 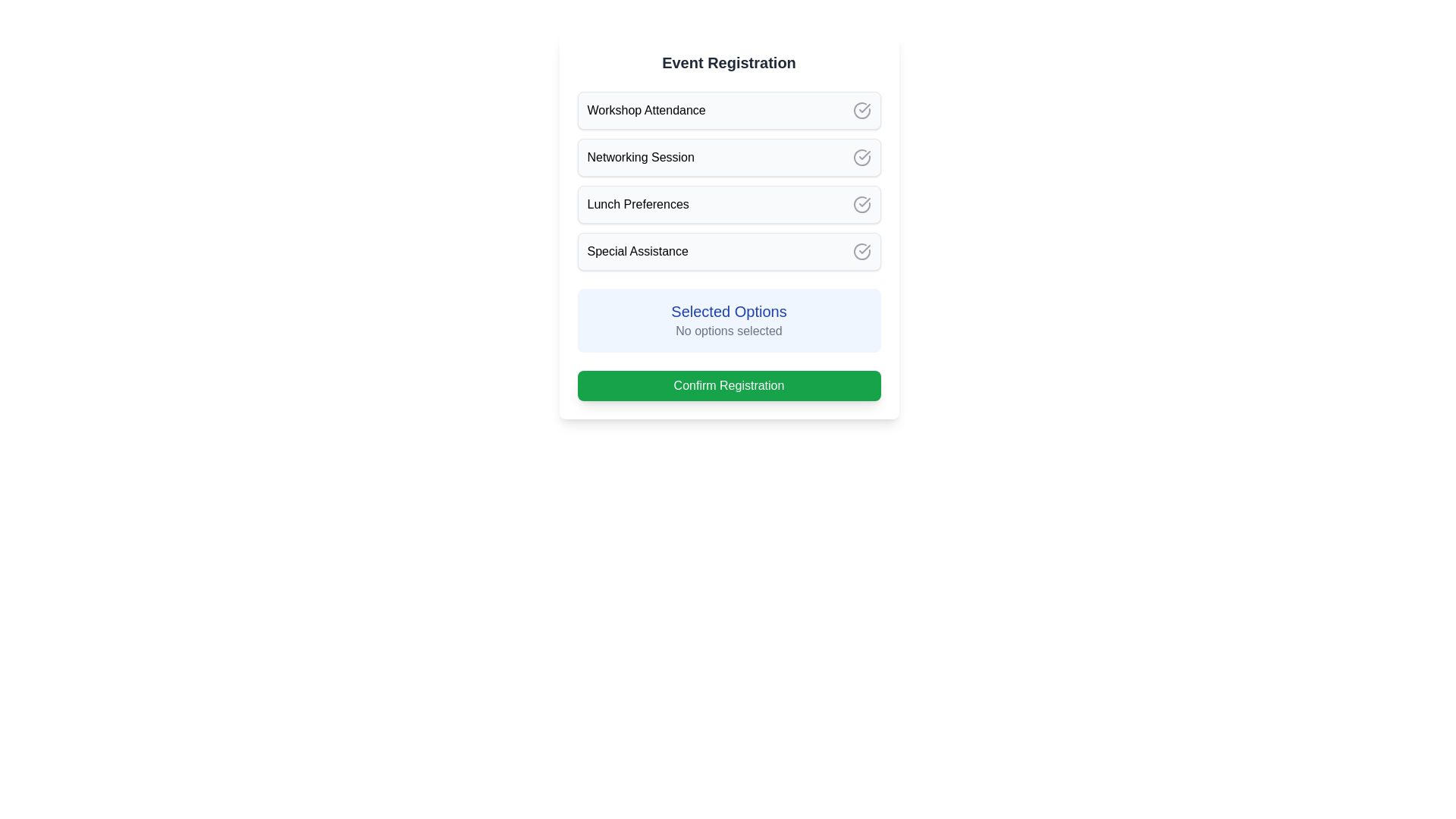 I want to click on the static text label indicating the user's lunch preferences, which is the third item in the list of options in the event registration form, located below 'Networking Session' and above 'Special Assistance', so click(x=638, y=205).